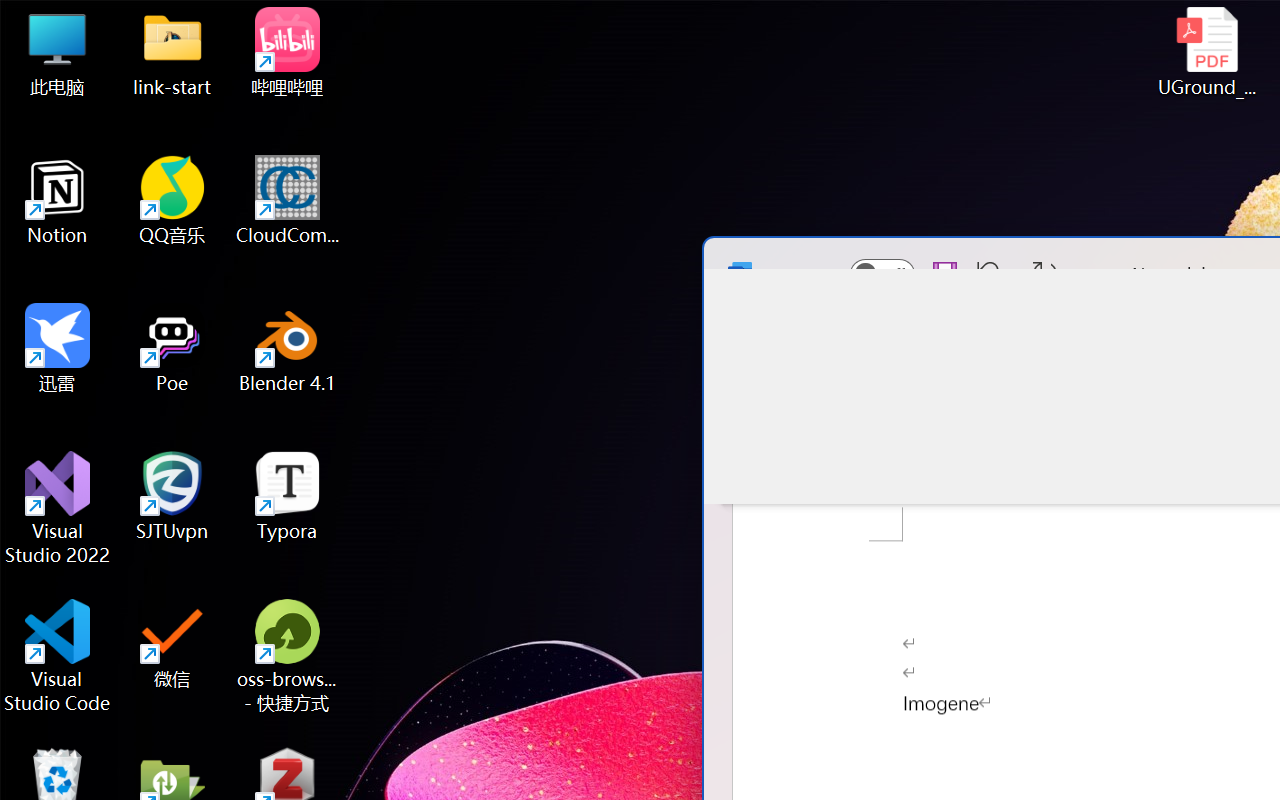 The height and width of the screenshot is (800, 1280). What do you see at coordinates (1206, 51) in the screenshot?
I see `'UGround_paper.pdf'` at bounding box center [1206, 51].